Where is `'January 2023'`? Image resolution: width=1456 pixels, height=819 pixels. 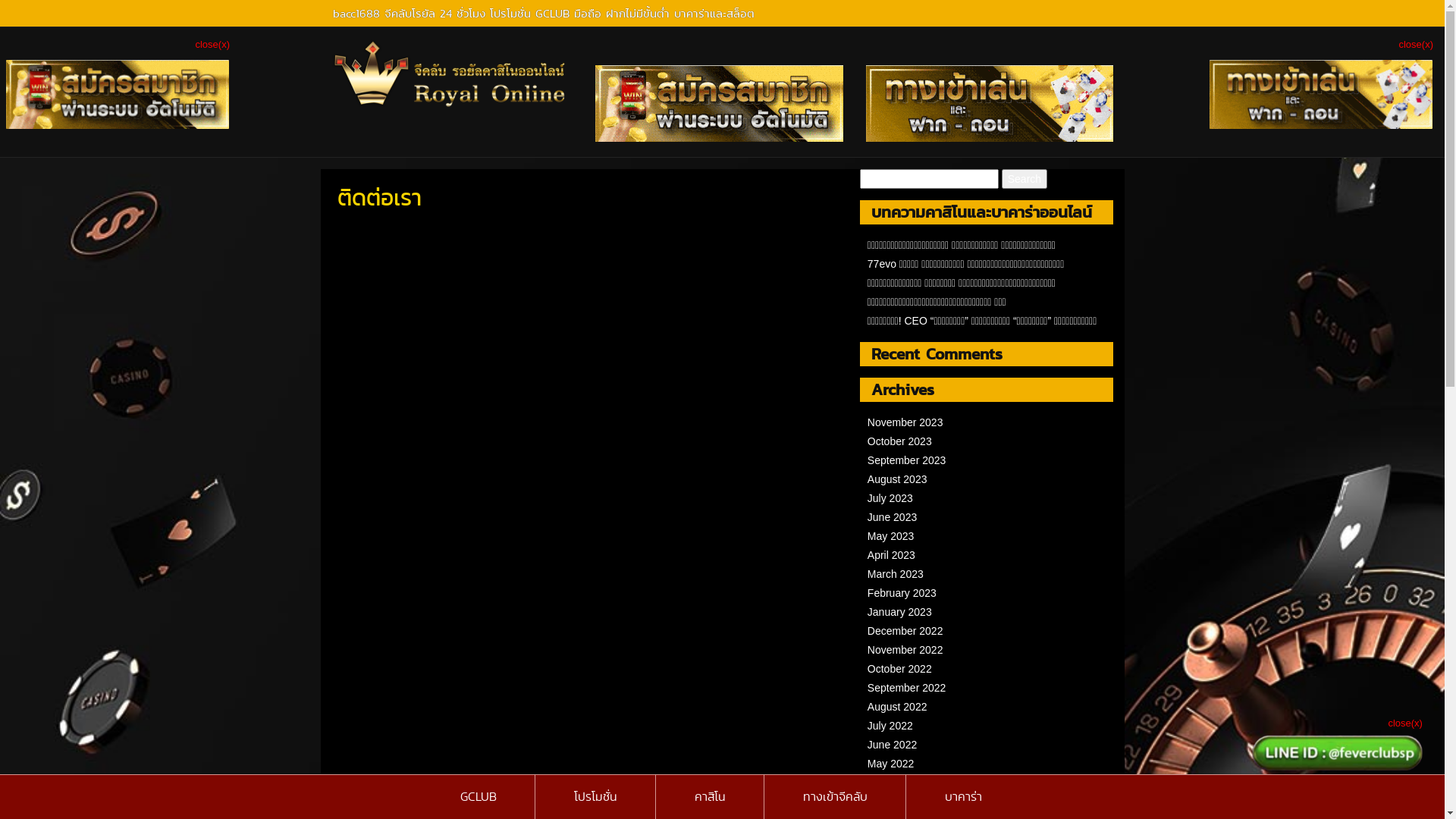 'January 2023' is located at coordinates (867, 610).